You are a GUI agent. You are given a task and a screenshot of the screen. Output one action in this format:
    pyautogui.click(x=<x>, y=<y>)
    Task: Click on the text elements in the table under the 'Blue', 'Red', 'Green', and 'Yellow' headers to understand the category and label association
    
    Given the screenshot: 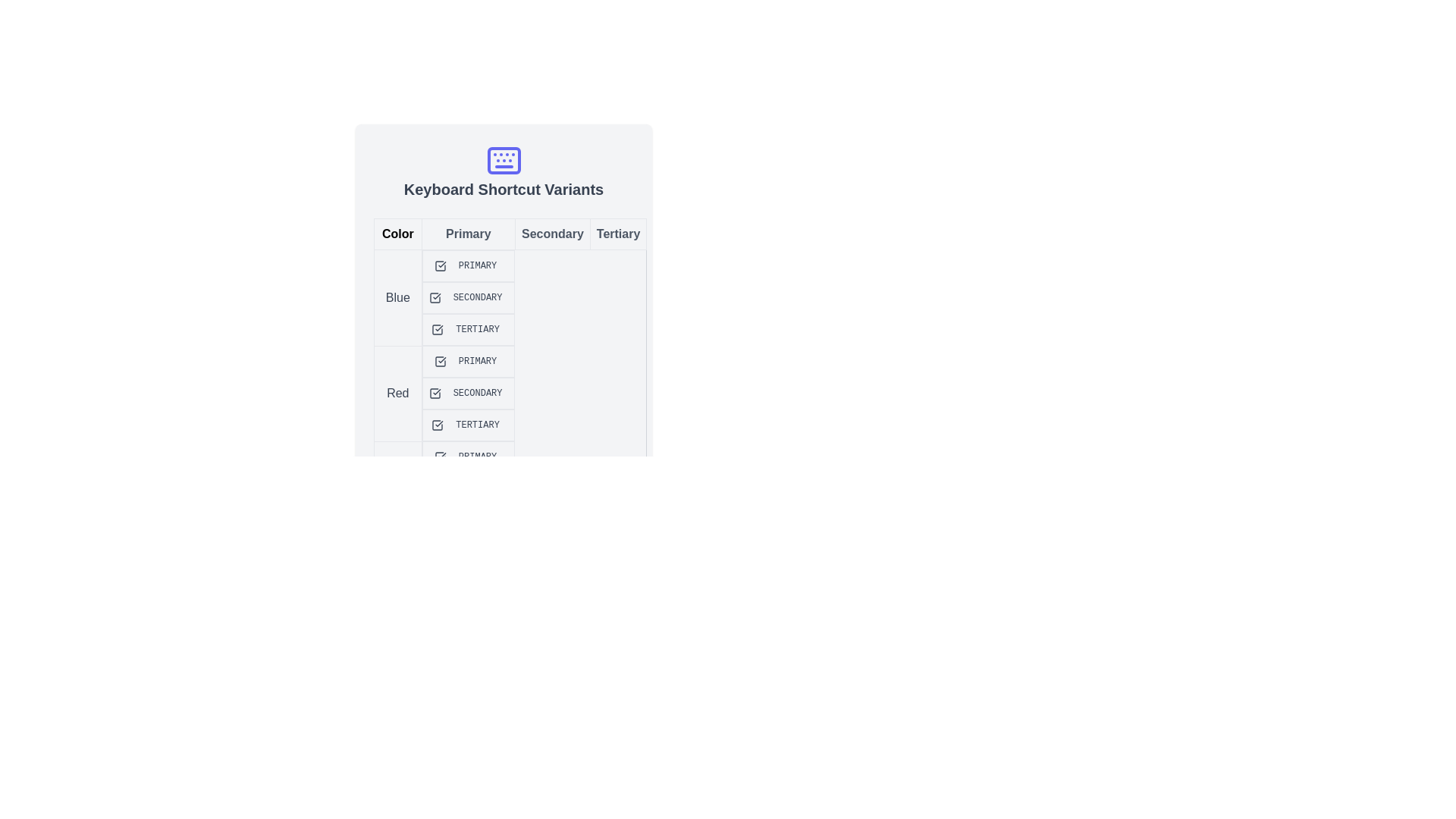 What is the action you would take?
    pyautogui.click(x=510, y=441)
    